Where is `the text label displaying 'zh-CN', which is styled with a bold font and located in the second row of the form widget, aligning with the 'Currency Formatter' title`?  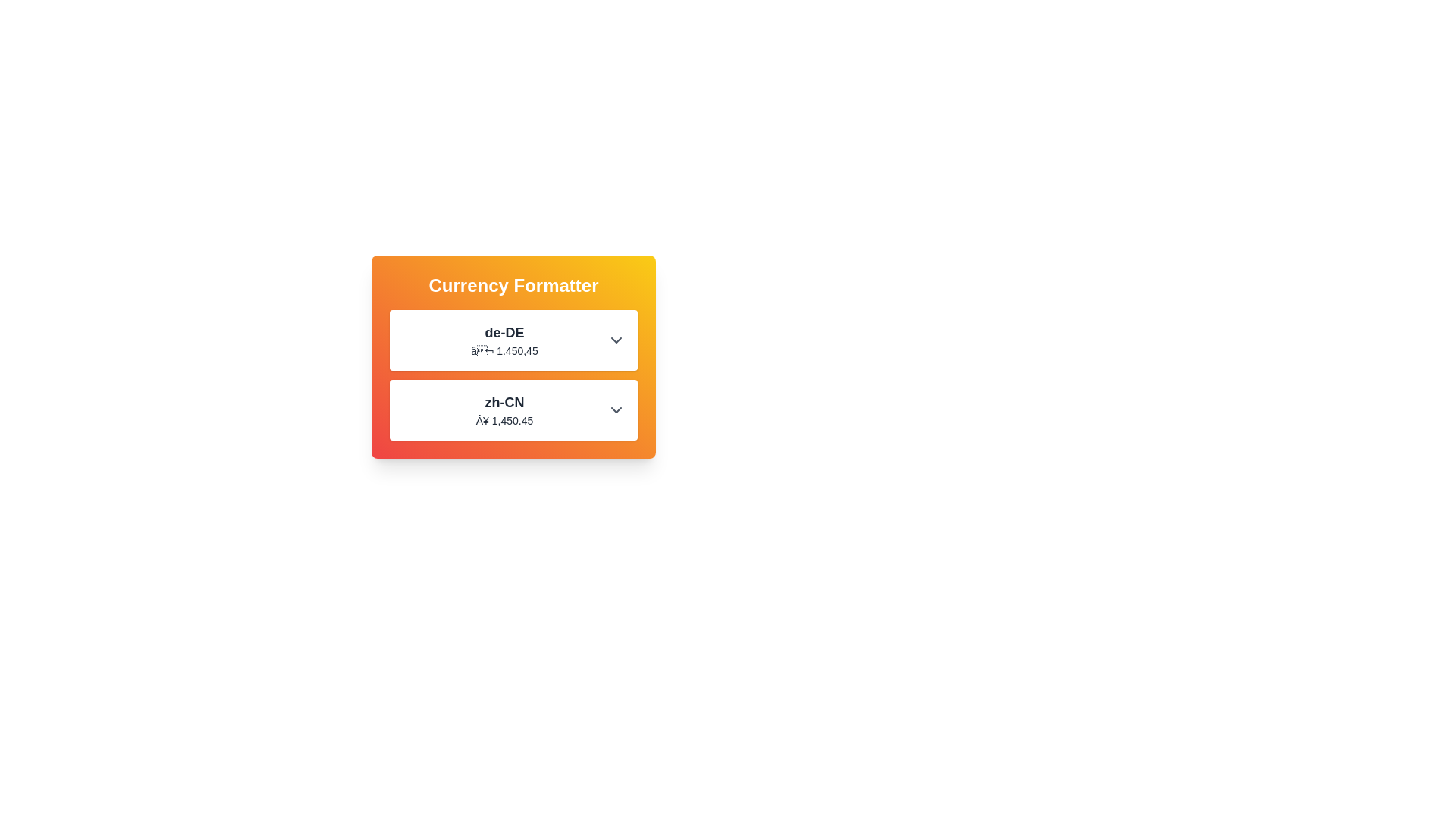
the text label displaying 'zh-CN', which is styled with a bold font and located in the second row of the form widget, aligning with the 'Currency Formatter' title is located at coordinates (504, 402).